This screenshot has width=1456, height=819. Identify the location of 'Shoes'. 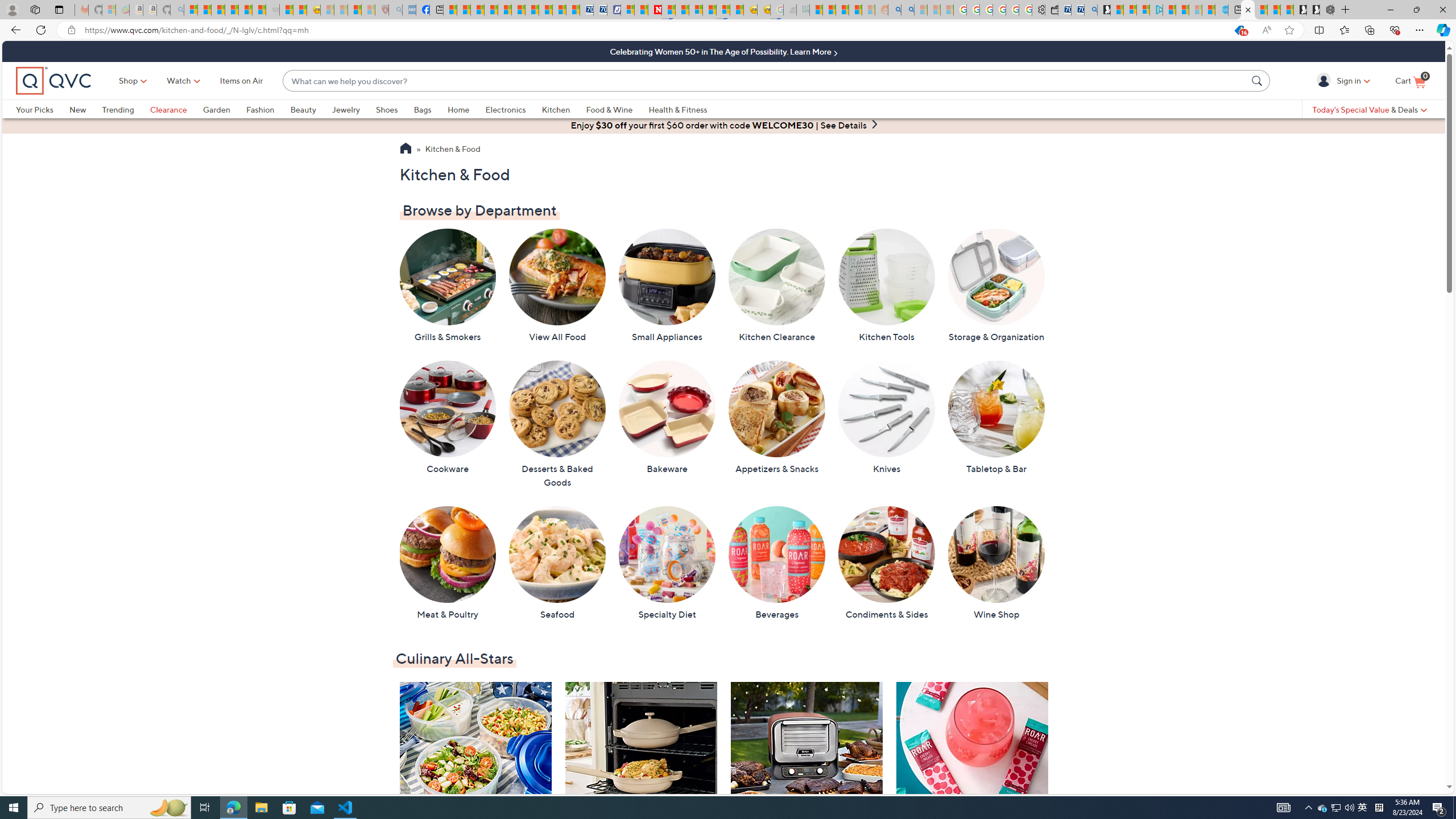
(394, 109).